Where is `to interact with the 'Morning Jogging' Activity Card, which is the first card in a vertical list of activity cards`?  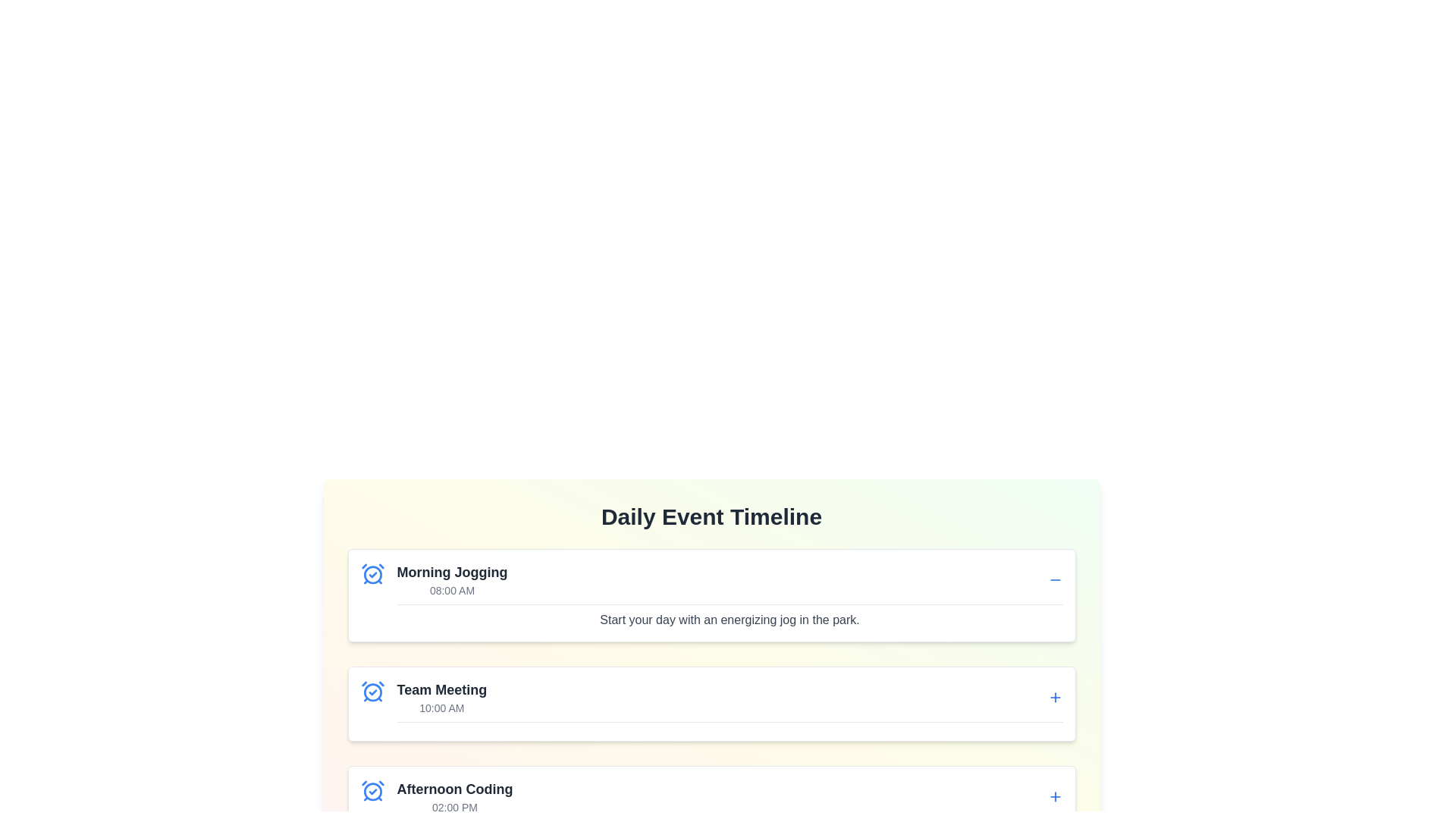
to interact with the 'Morning Jogging' Activity Card, which is the first card in a vertical list of activity cards is located at coordinates (711, 595).